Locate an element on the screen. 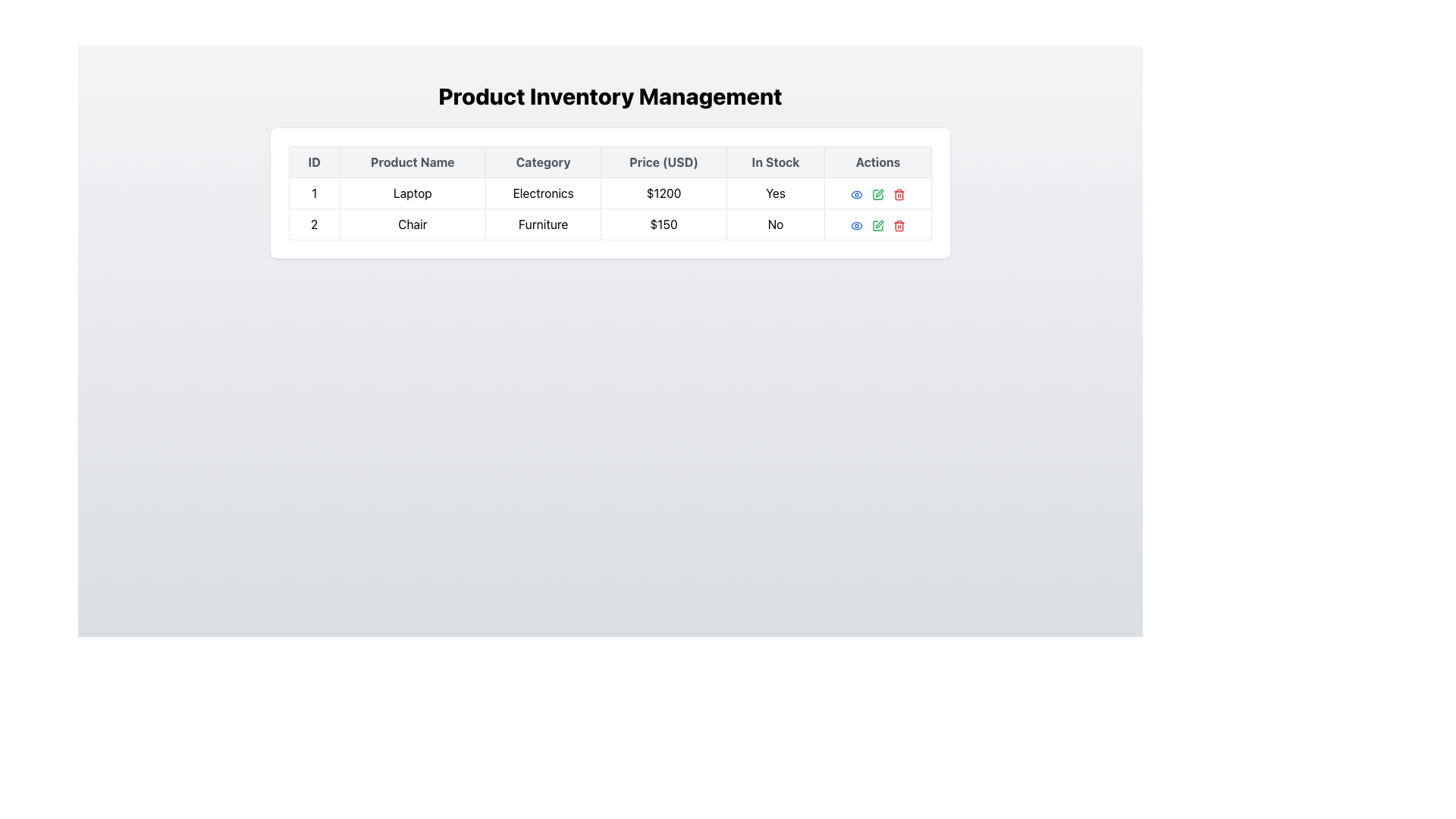 The width and height of the screenshot is (1456, 819). text content of the Text Label displaying the unique identifier for the product entry 'Chair' in the Product Inventory Management table, located in the second row and first column under the 'ID' column is located at coordinates (313, 224).